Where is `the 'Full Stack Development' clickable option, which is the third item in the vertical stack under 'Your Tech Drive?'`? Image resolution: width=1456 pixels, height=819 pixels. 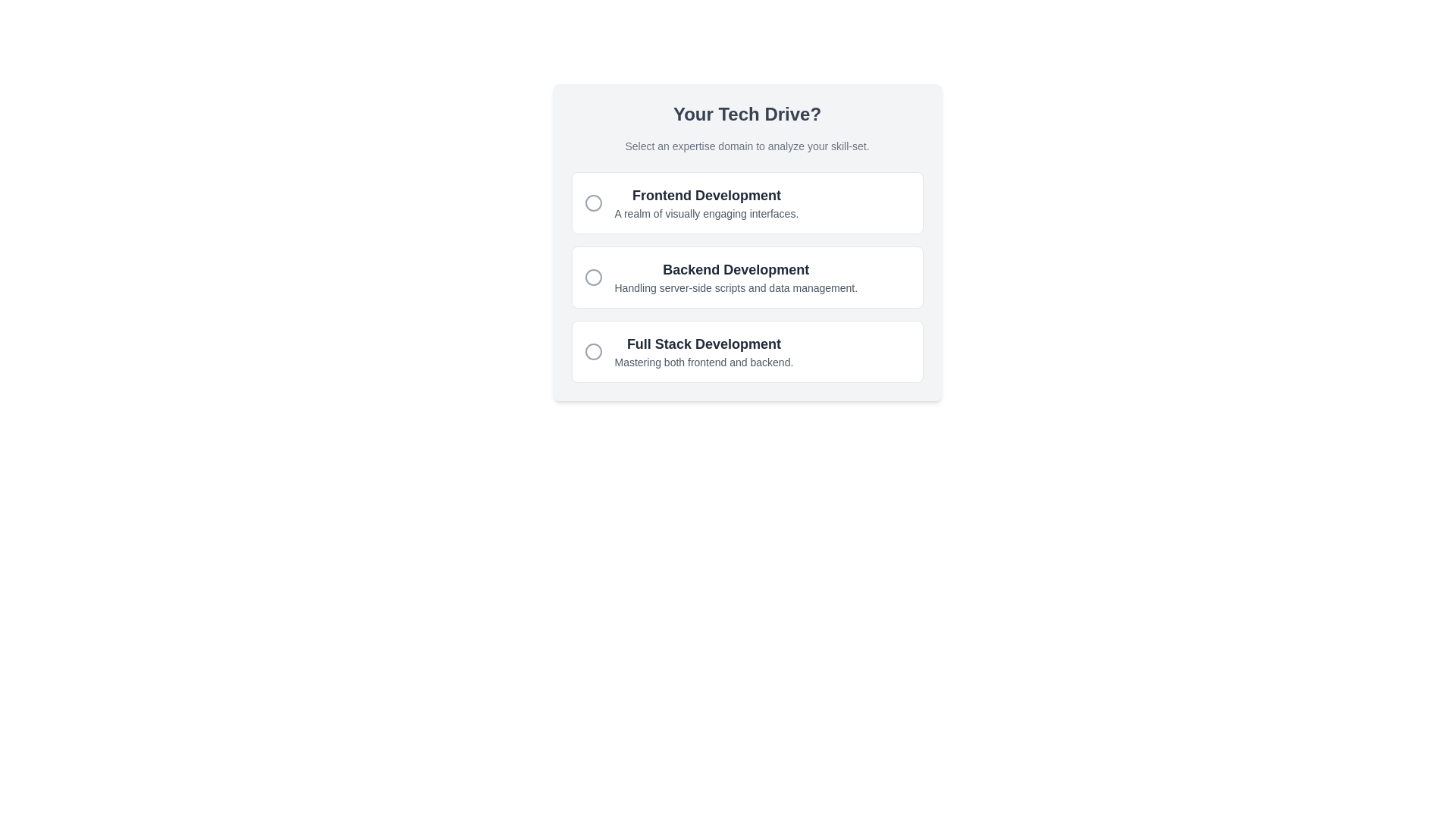 the 'Full Stack Development' clickable option, which is the third item in the vertical stack under 'Your Tech Drive?' is located at coordinates (703, 351).